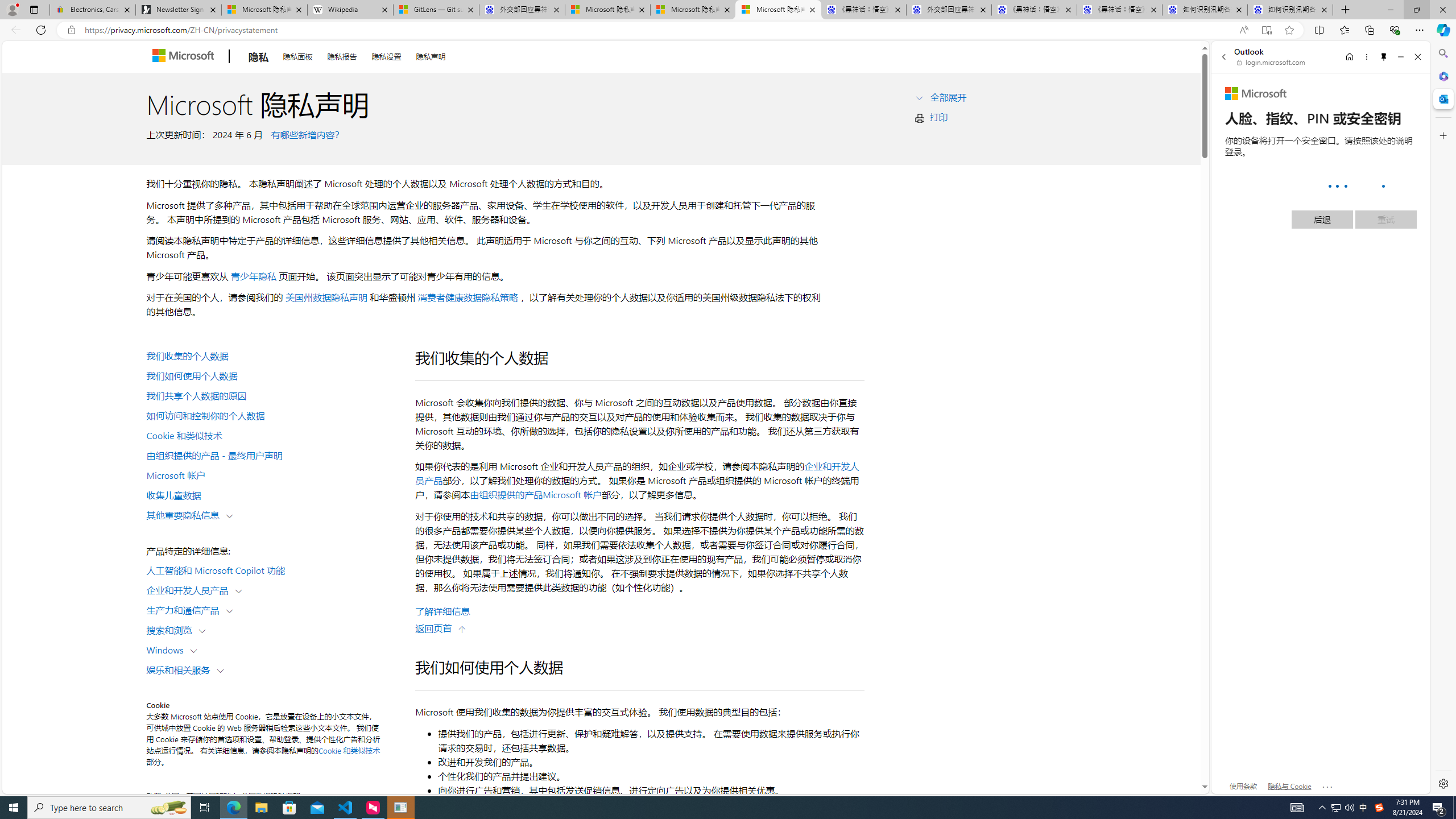 The height and width of the screenshot is (819, 1456). I want to click on 'login.microsoft.com', so click(1271, 61).